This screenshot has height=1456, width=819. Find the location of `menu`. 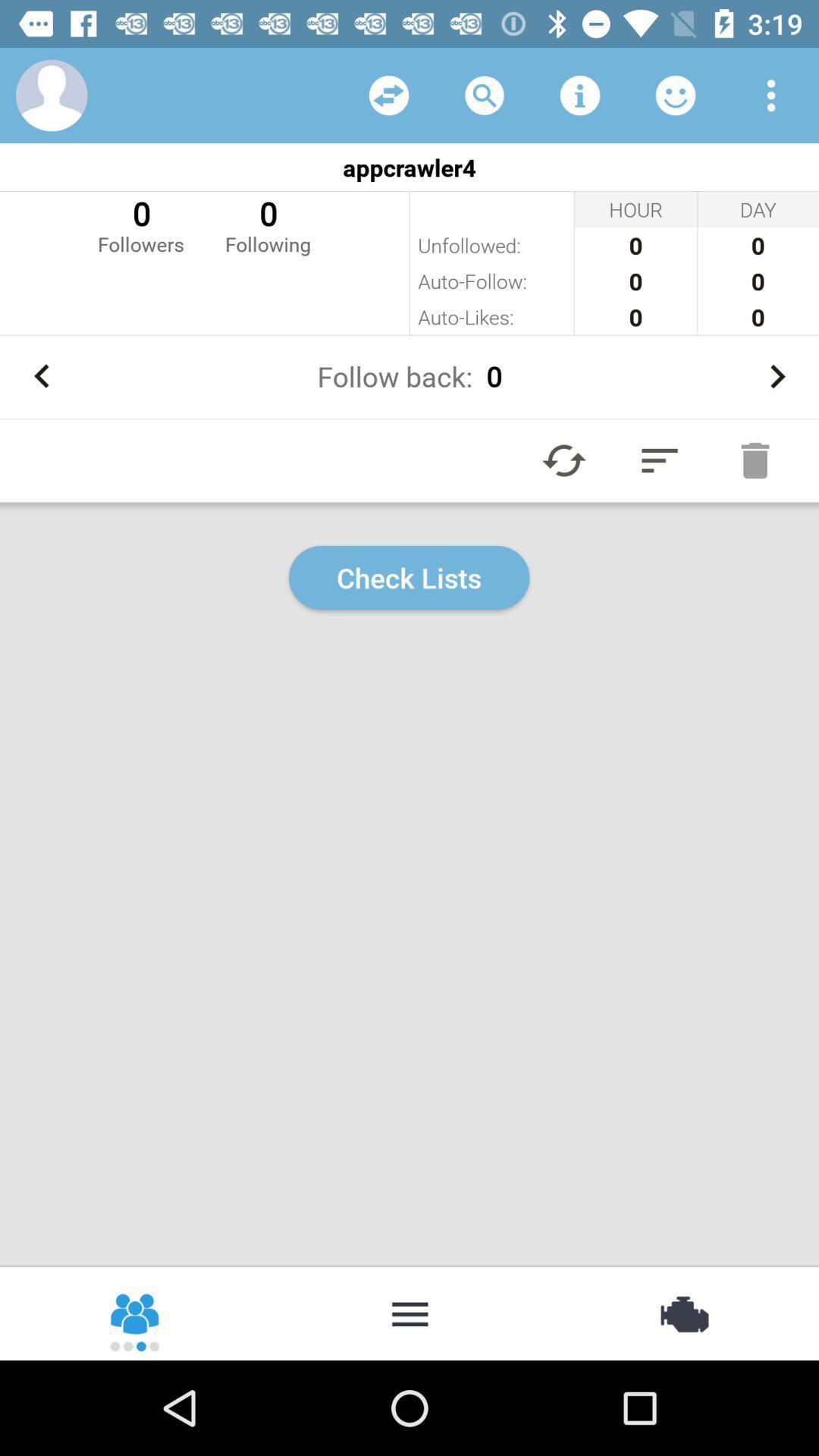

menu is located at coordinates (771, 94).